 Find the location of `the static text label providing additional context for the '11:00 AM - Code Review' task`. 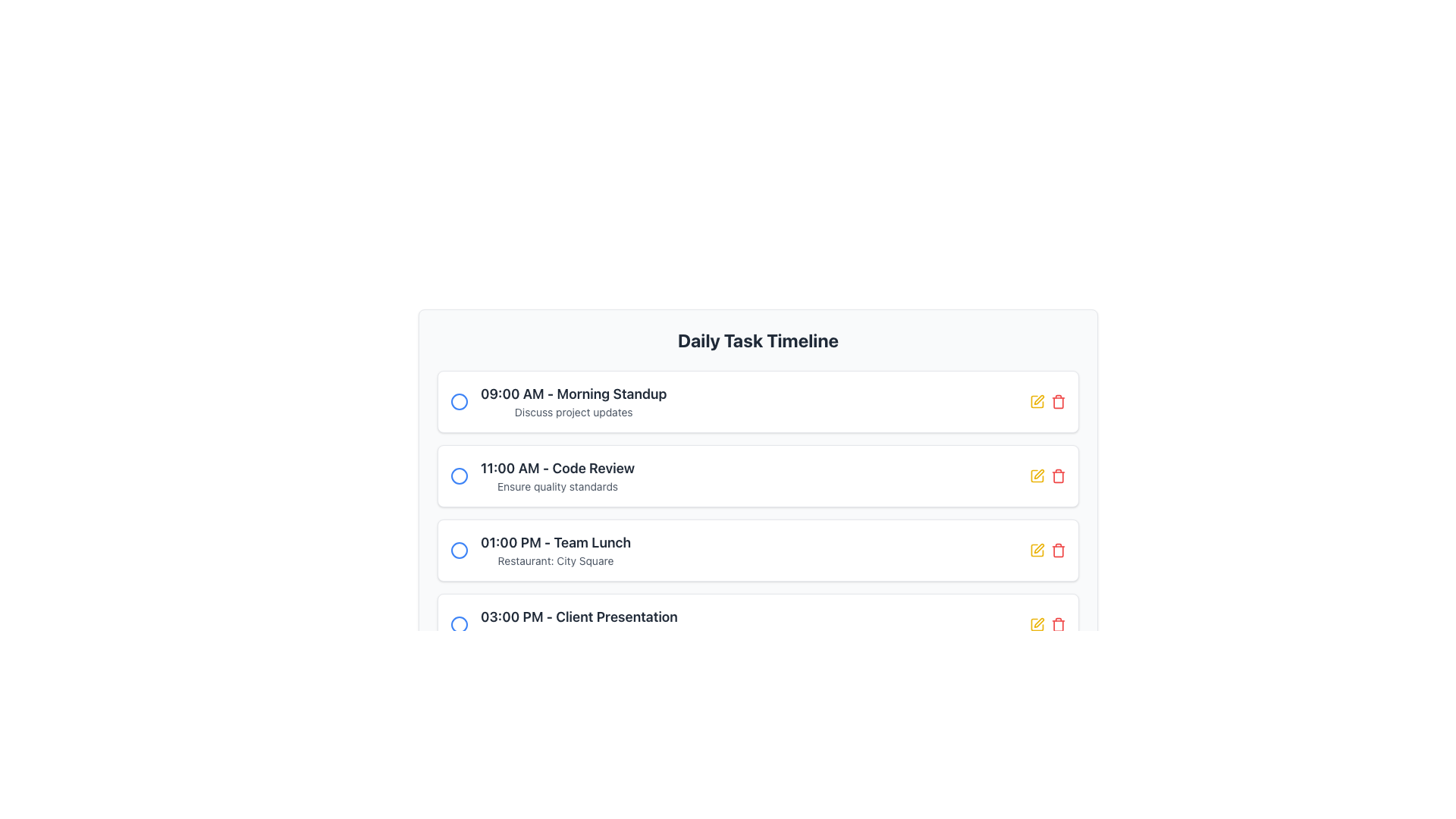

the static text label providing additional context for the '11:00 AM - Code Review' task is located at coordinates (557, 486).